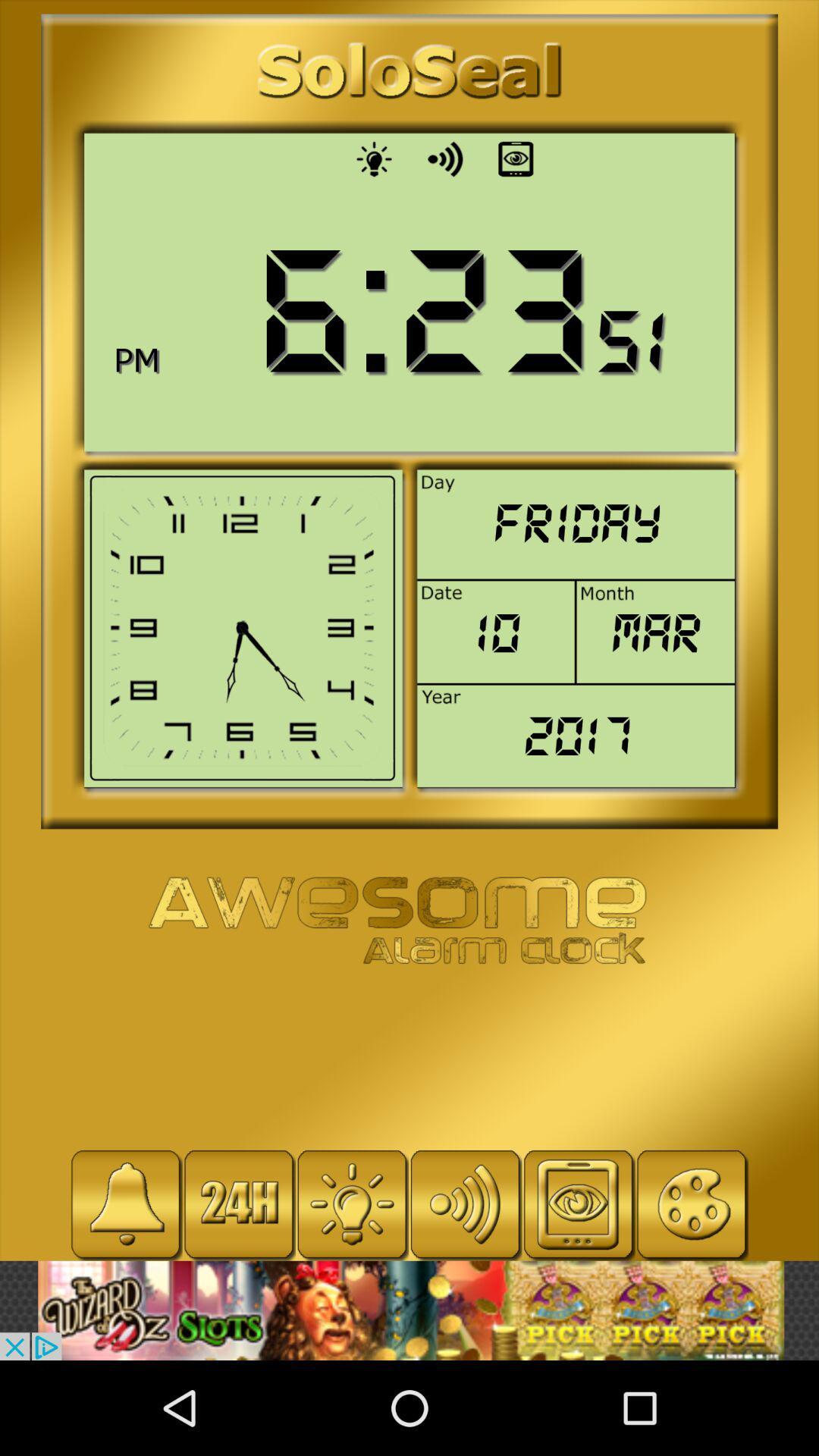 This screenshot has width=819, height=1456. I want to click on the paint icon, so click(692, 1203).